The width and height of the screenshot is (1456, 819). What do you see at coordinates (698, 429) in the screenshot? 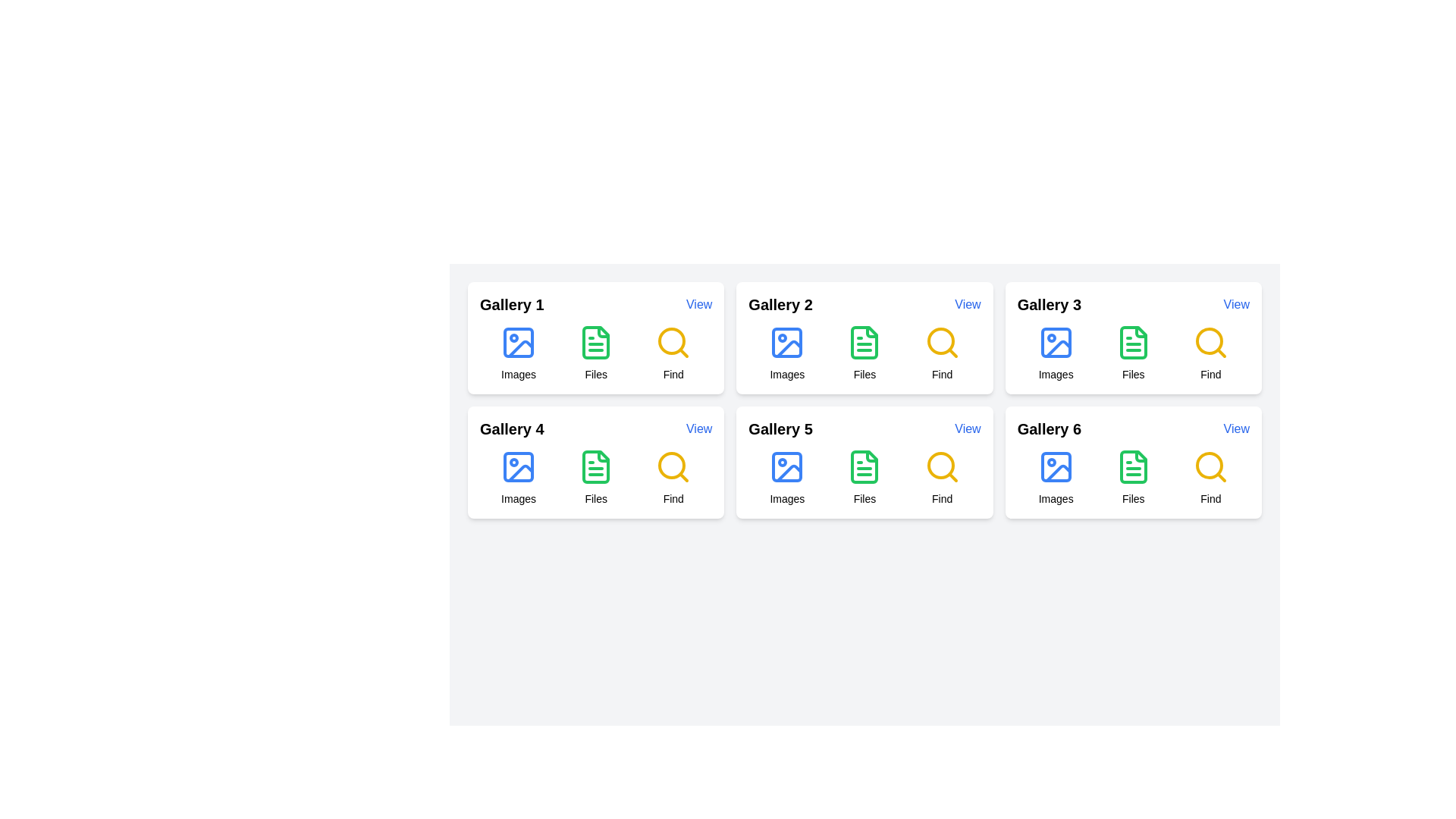
I see `the 'View' hyperlink located on the right side of the 'Gallery 4' text in the second row, first column of the grid layout` at bounding box center [698, 429].